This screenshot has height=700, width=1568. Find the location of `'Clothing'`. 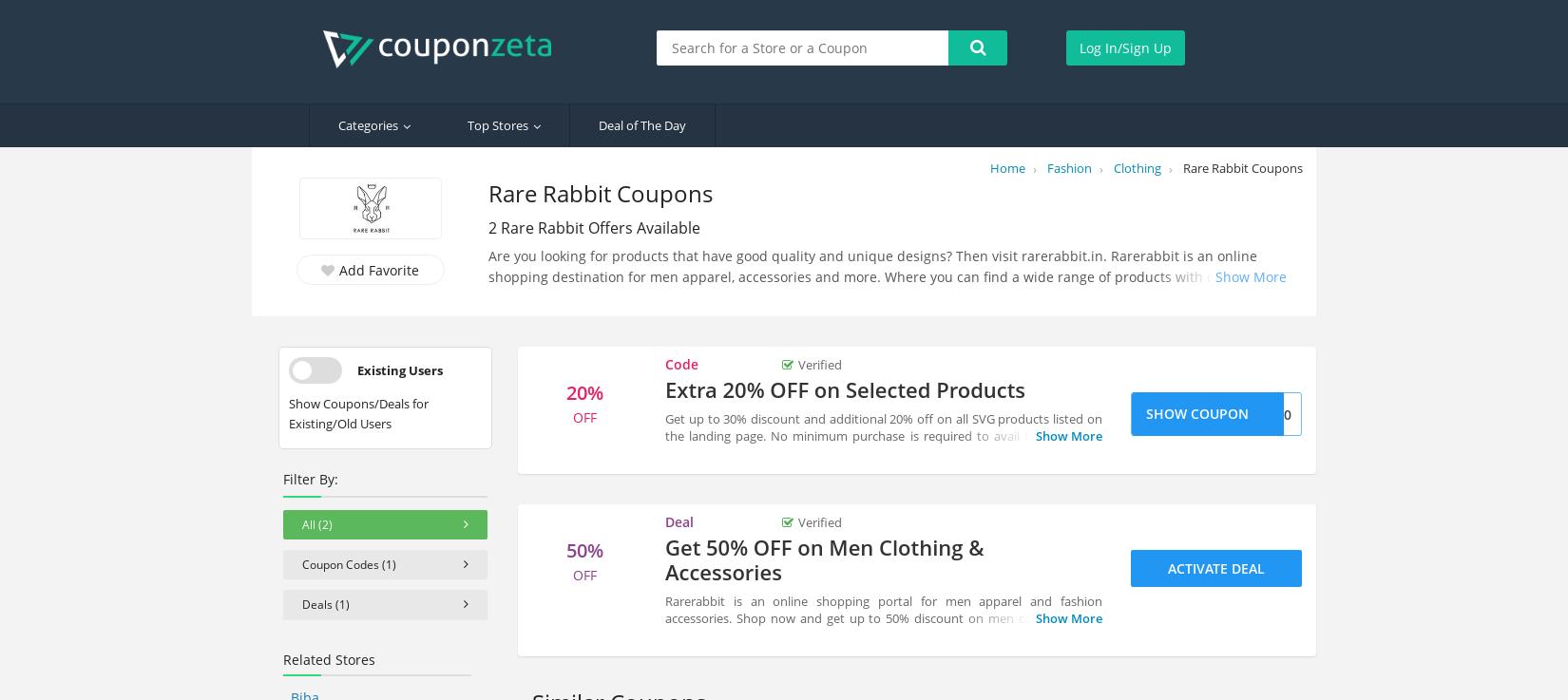

'Clothing' is located at coordinates (1138, 167).